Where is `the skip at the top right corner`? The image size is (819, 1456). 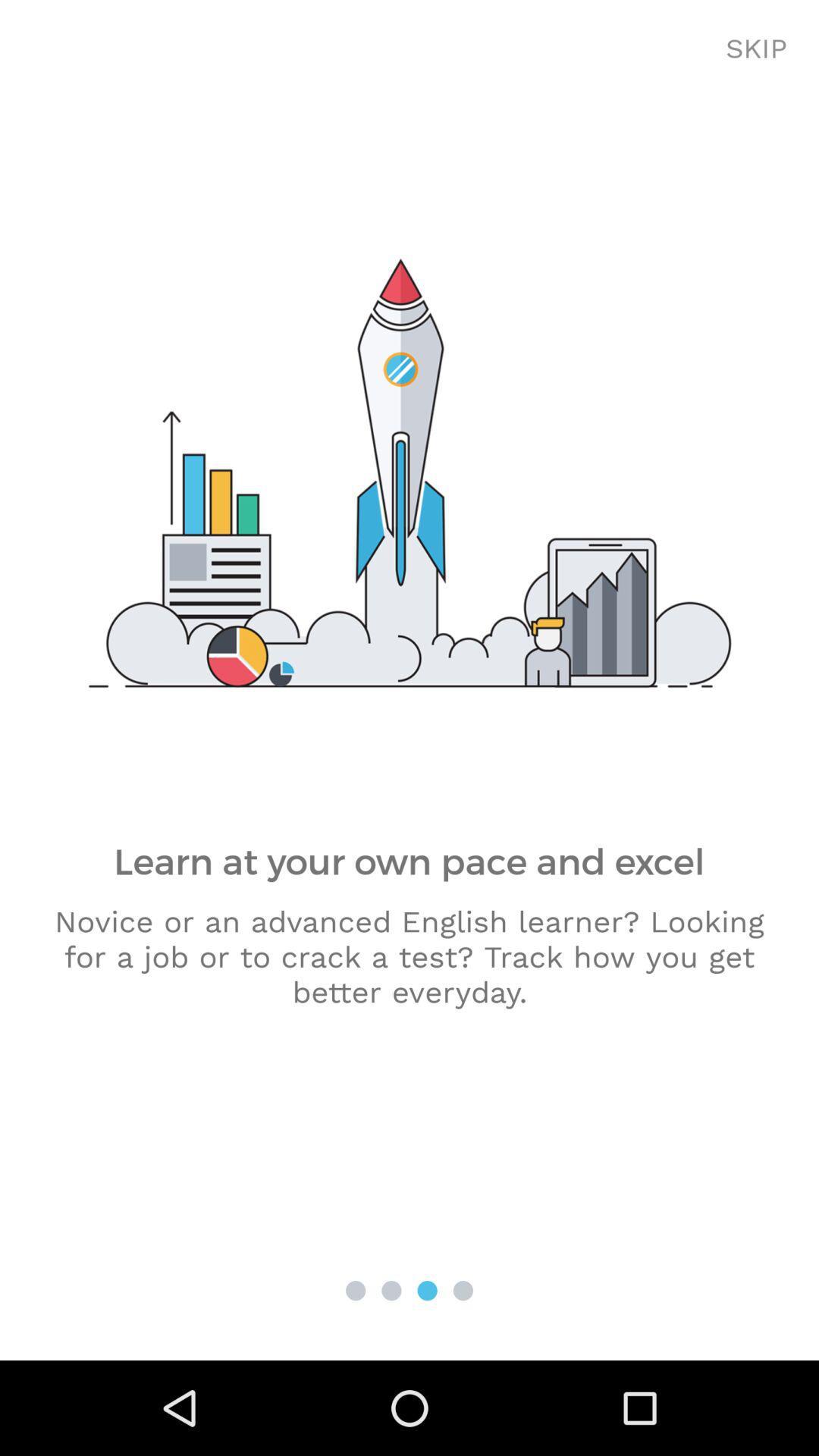 the skip at the top right corner is located at coordinates (756, 49).